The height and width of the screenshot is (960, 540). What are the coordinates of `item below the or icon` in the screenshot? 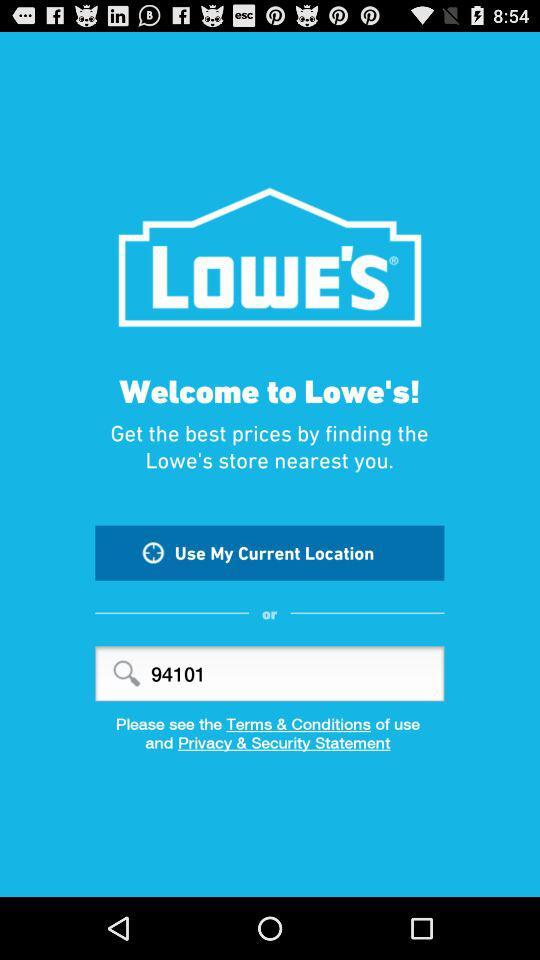 It's located at (269, 673).